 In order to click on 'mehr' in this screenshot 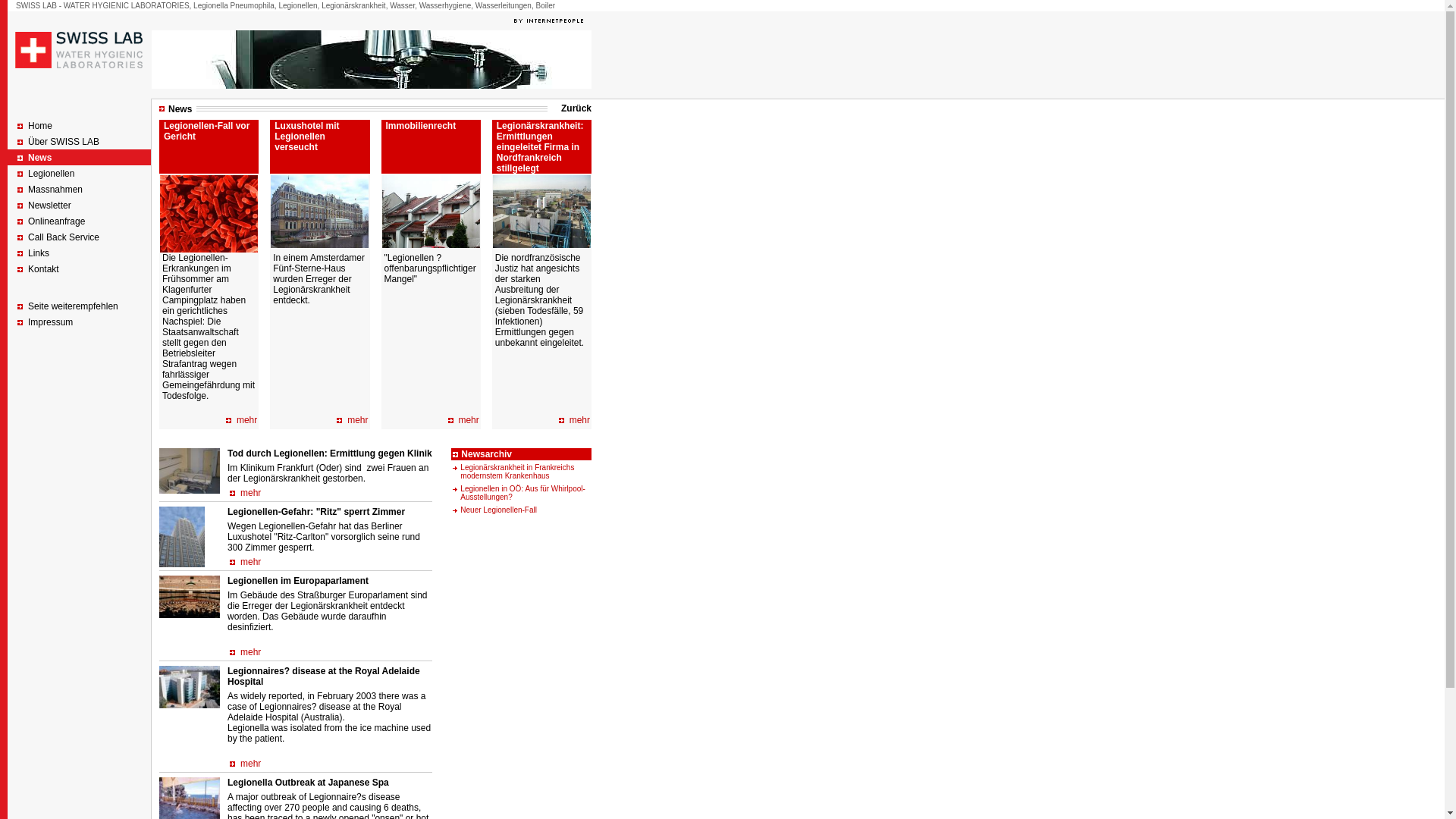, I will do `click(250, 493)`.